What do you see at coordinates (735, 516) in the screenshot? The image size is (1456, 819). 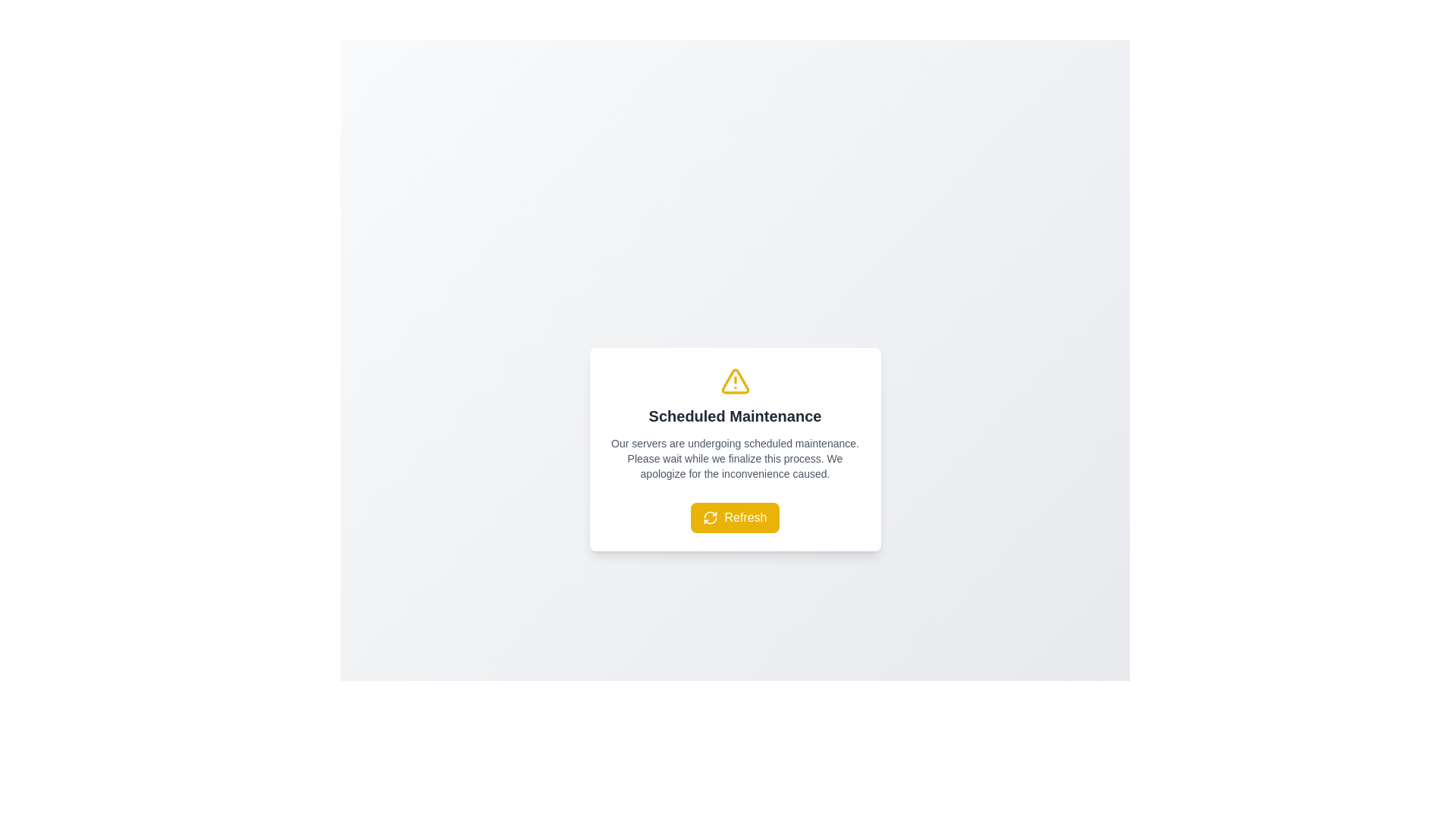 I see `the yellow 'Refresh' button with rounded corners to observe its hover effects` at bounding box center [735, 516].